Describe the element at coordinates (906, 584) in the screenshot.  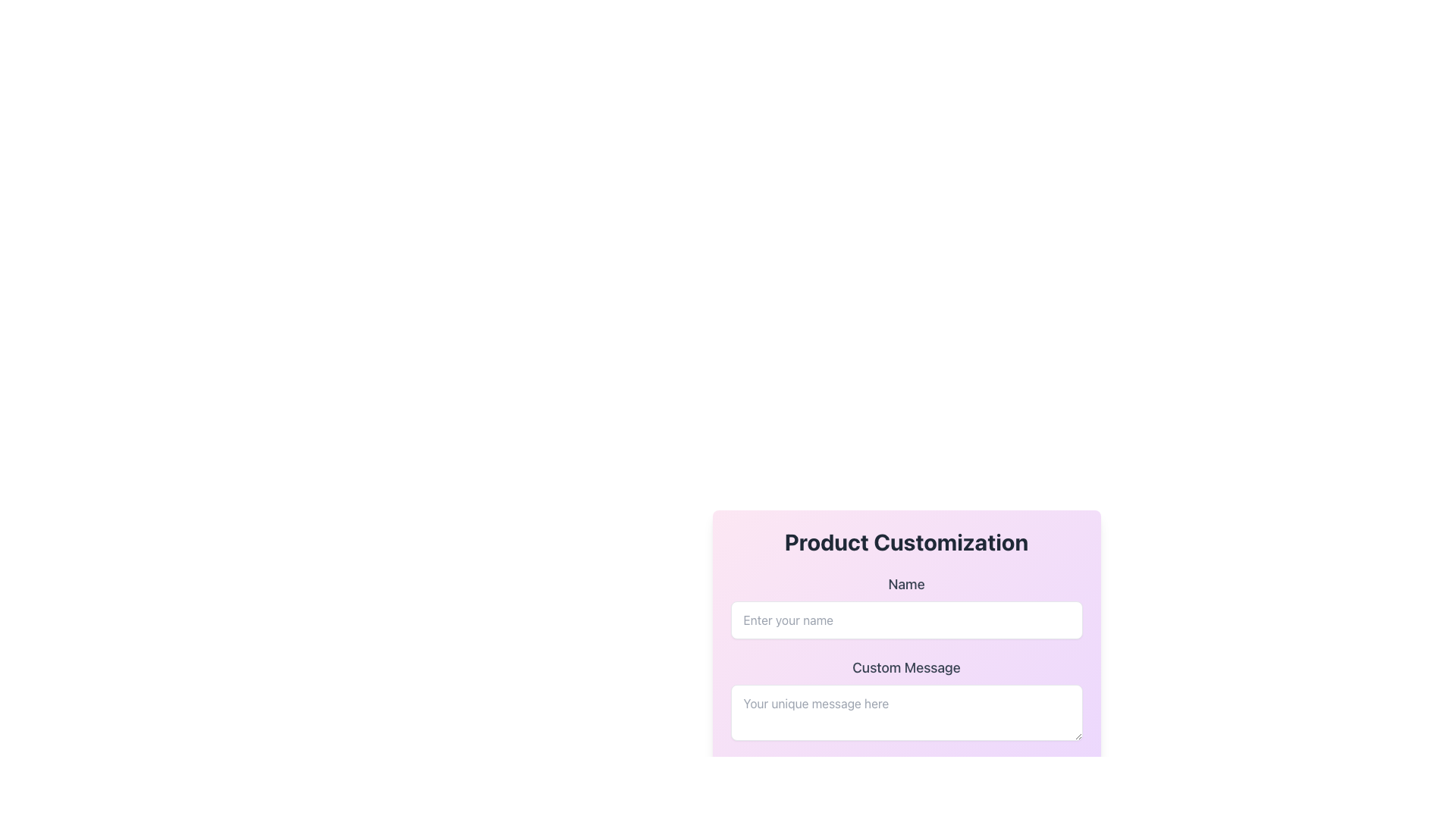
I see `label text that describes the input field for entering the user's name, positioned above the text input field in the 'Product Customization' form` at that location.